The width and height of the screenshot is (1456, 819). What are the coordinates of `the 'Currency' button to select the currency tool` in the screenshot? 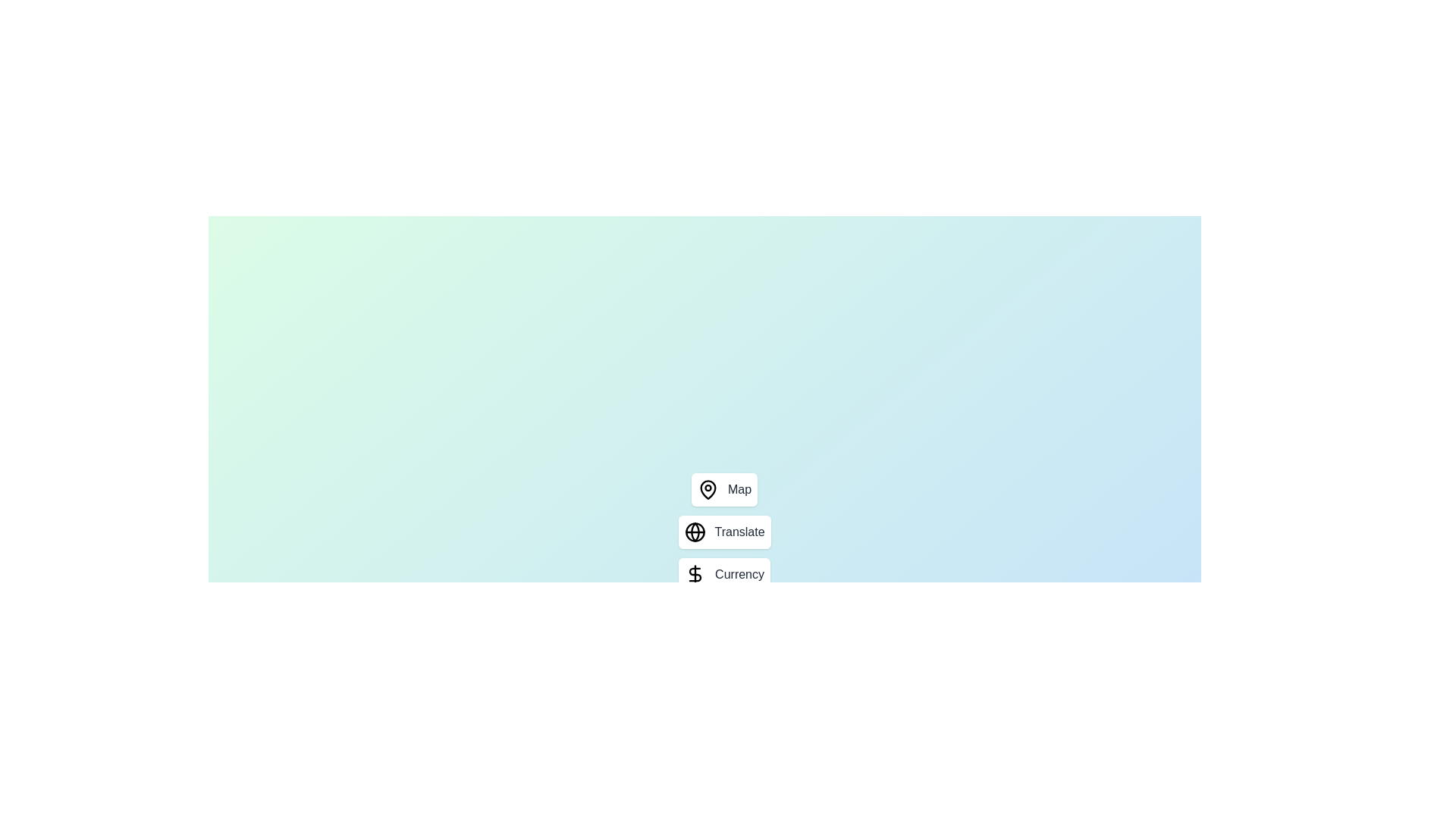 It's located at (723, 575).